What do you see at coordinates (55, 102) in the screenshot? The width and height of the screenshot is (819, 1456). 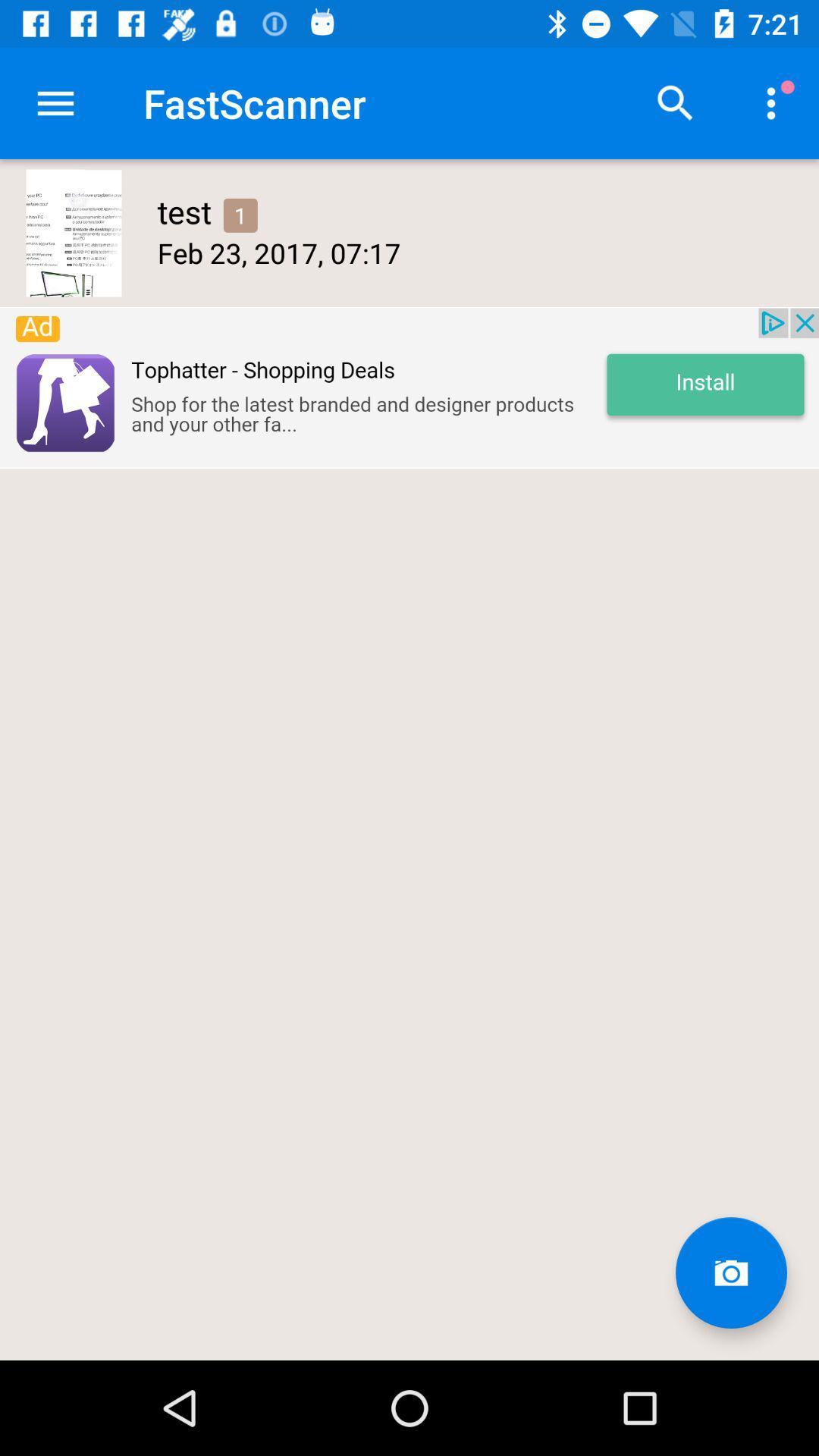 I see `open settings` at bounding box center [55, 102].